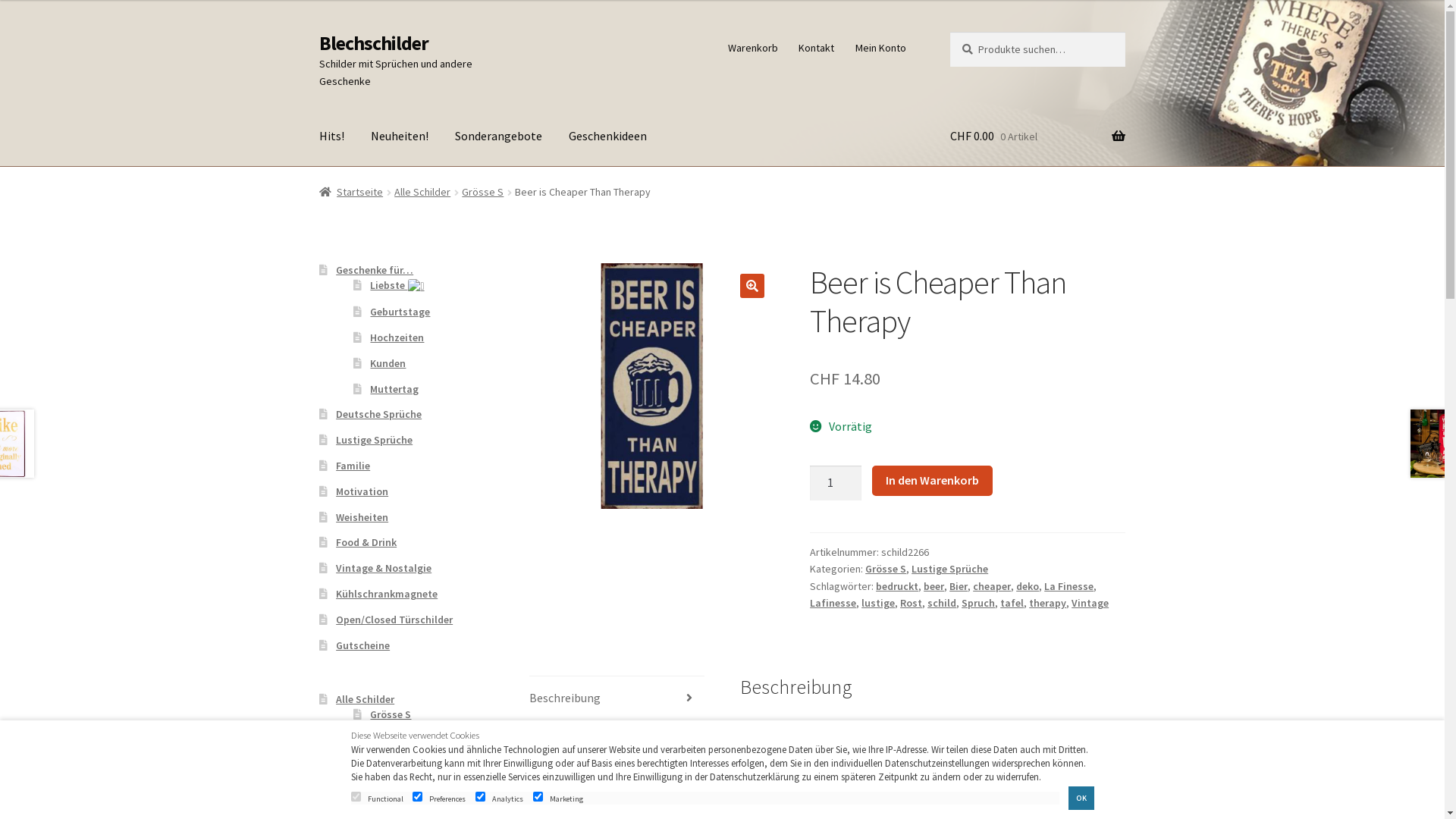  What do you see at coordinates (910, 601) in the screenshot?
I see `'Rost'` at bounding box center [910, 601].